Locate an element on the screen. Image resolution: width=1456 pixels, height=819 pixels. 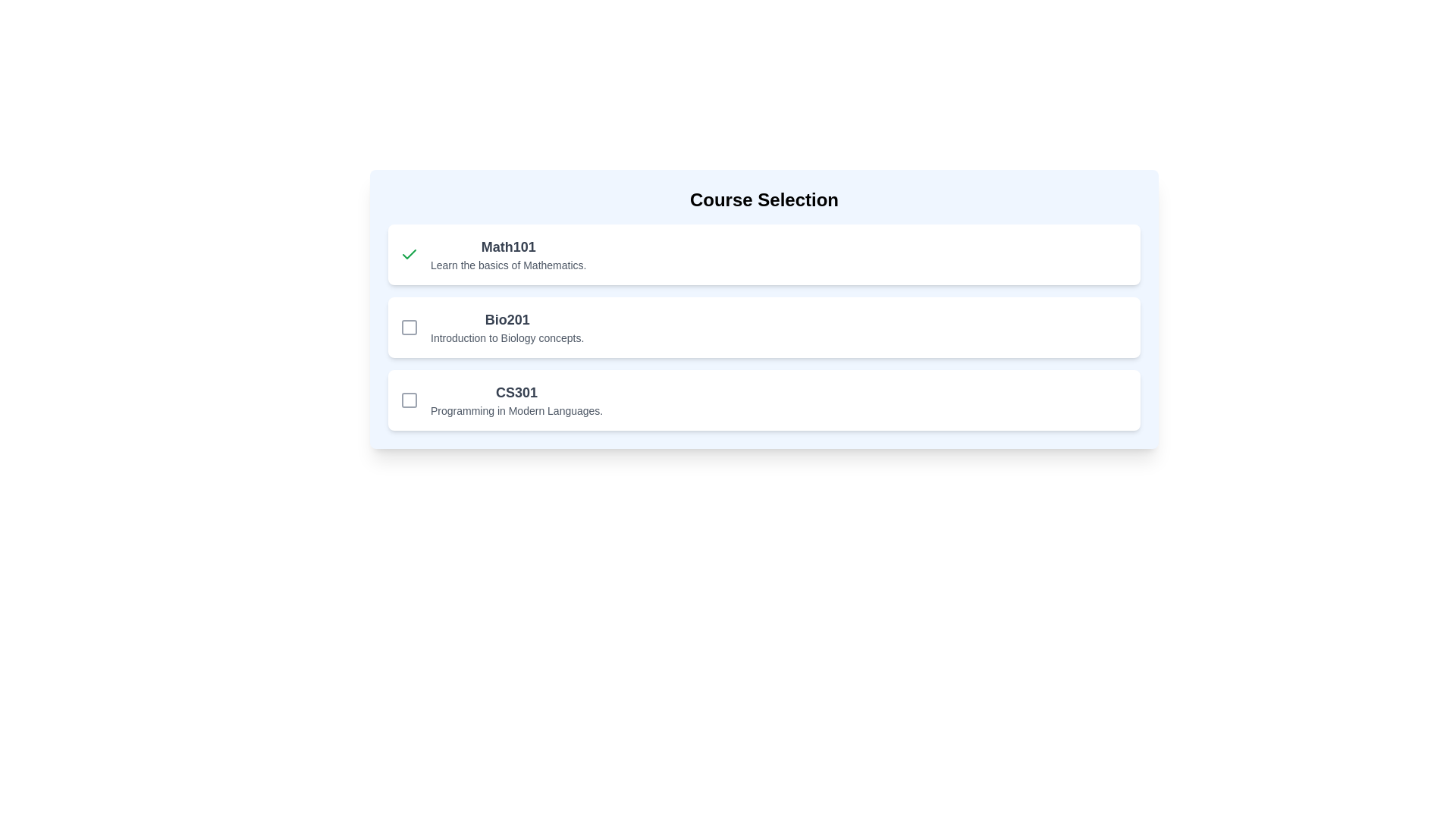
the title text that serves as the identifier for the associated course entry, located above the text 'Learn the basics of Mathematics.' and aligned to the right of a green checkmark is located at coordinates (508, 246).